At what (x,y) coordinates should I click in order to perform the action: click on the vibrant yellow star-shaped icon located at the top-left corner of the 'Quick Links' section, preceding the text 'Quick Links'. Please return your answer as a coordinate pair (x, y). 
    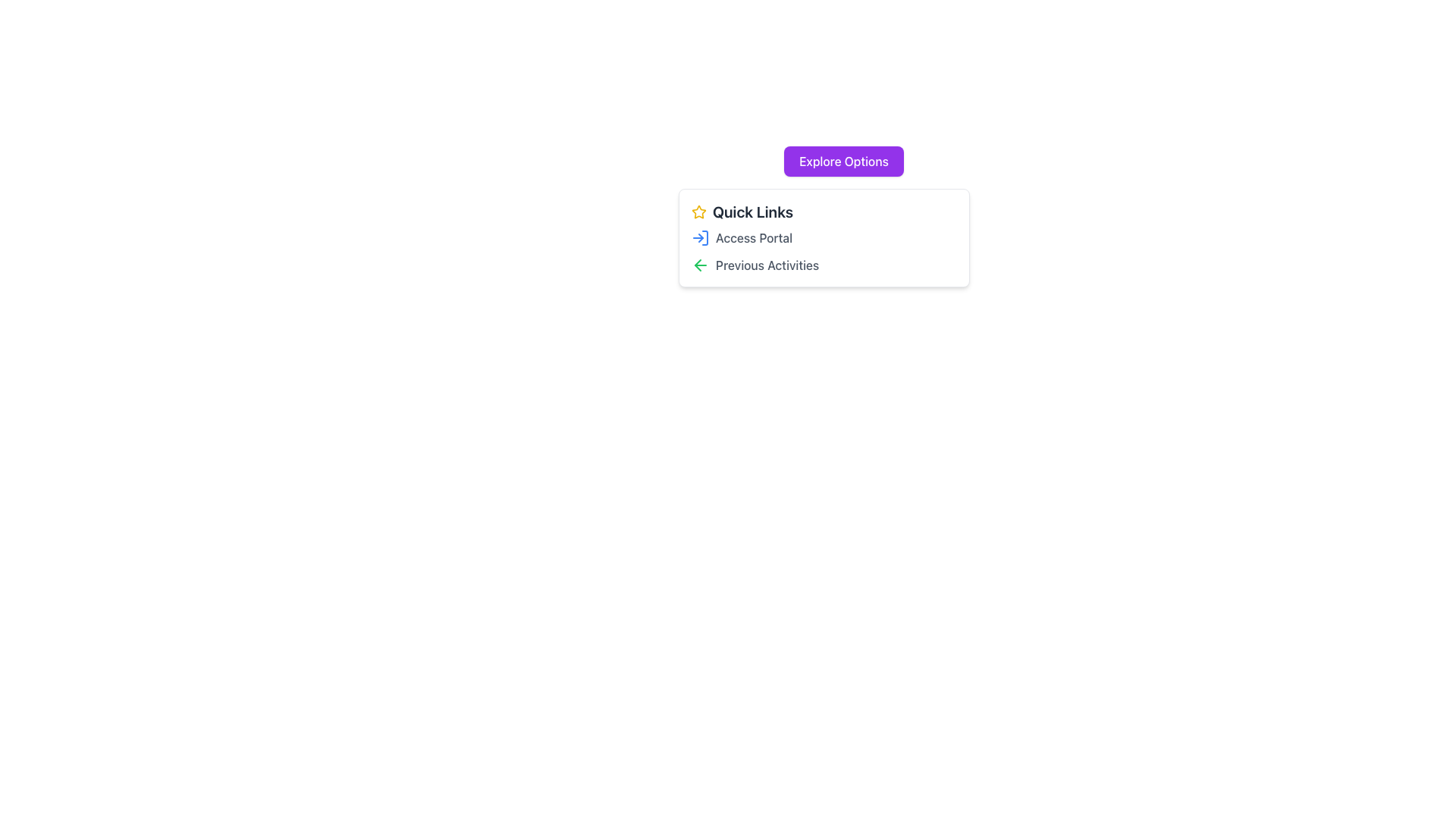
    Looking at the image, I should click on (698, 212).